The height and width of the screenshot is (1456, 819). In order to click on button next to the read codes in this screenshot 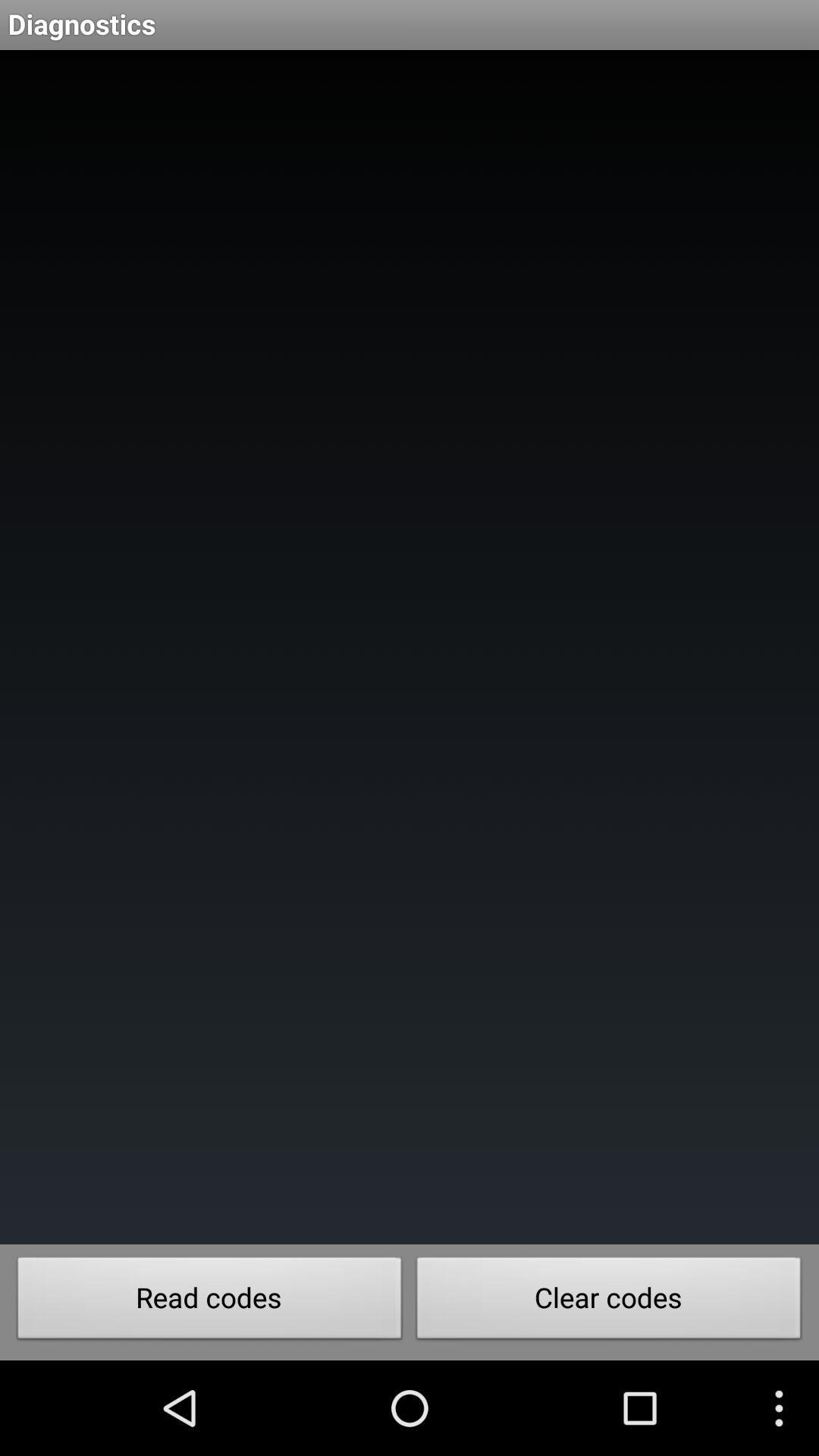, I will do `click(608, 1301)`.